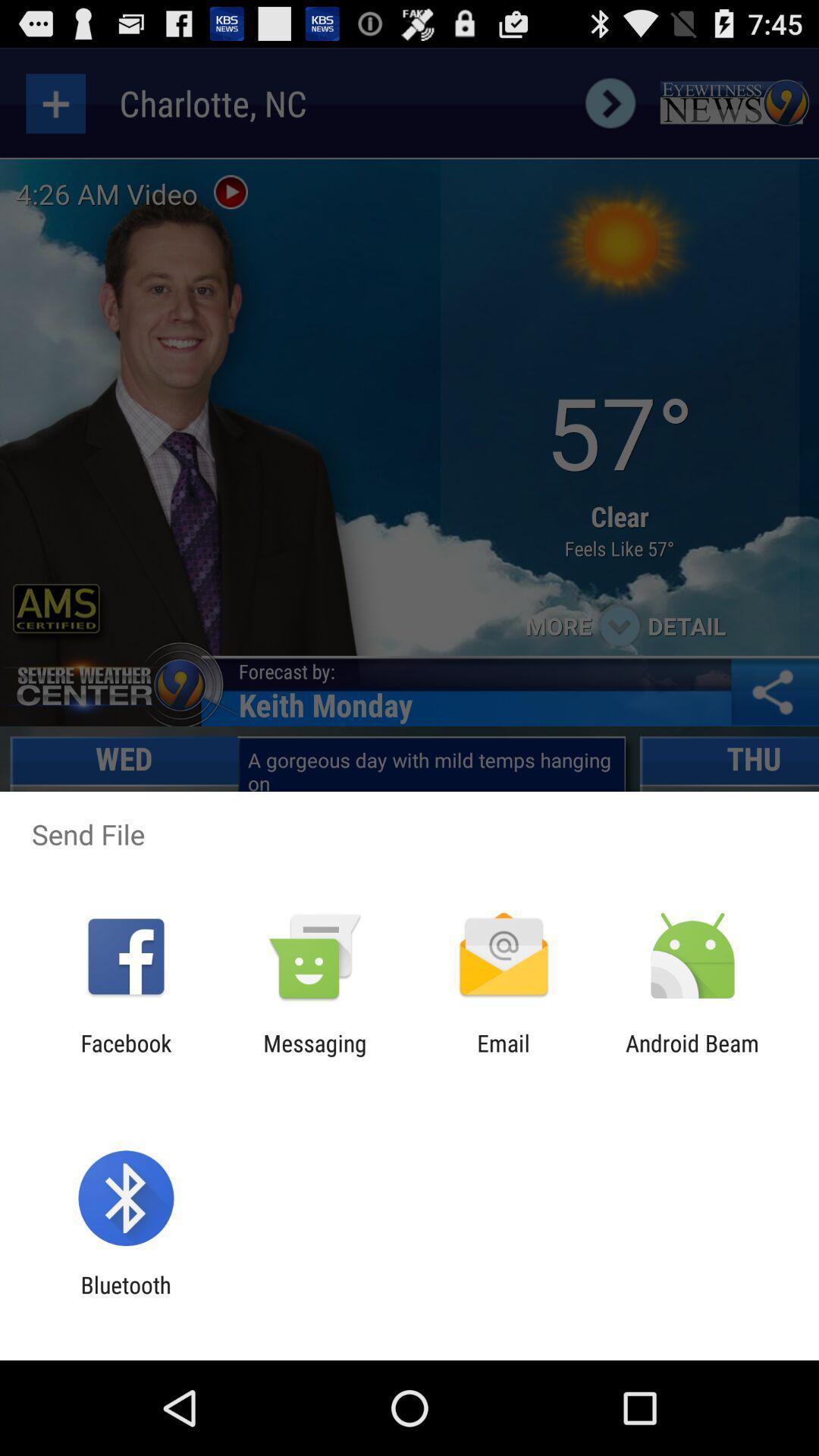 The width and height of the screenshot is (819, 1456). Describe the element at coordinates (692, 1056) in the screenshot. I see `the android beam app` at that location.